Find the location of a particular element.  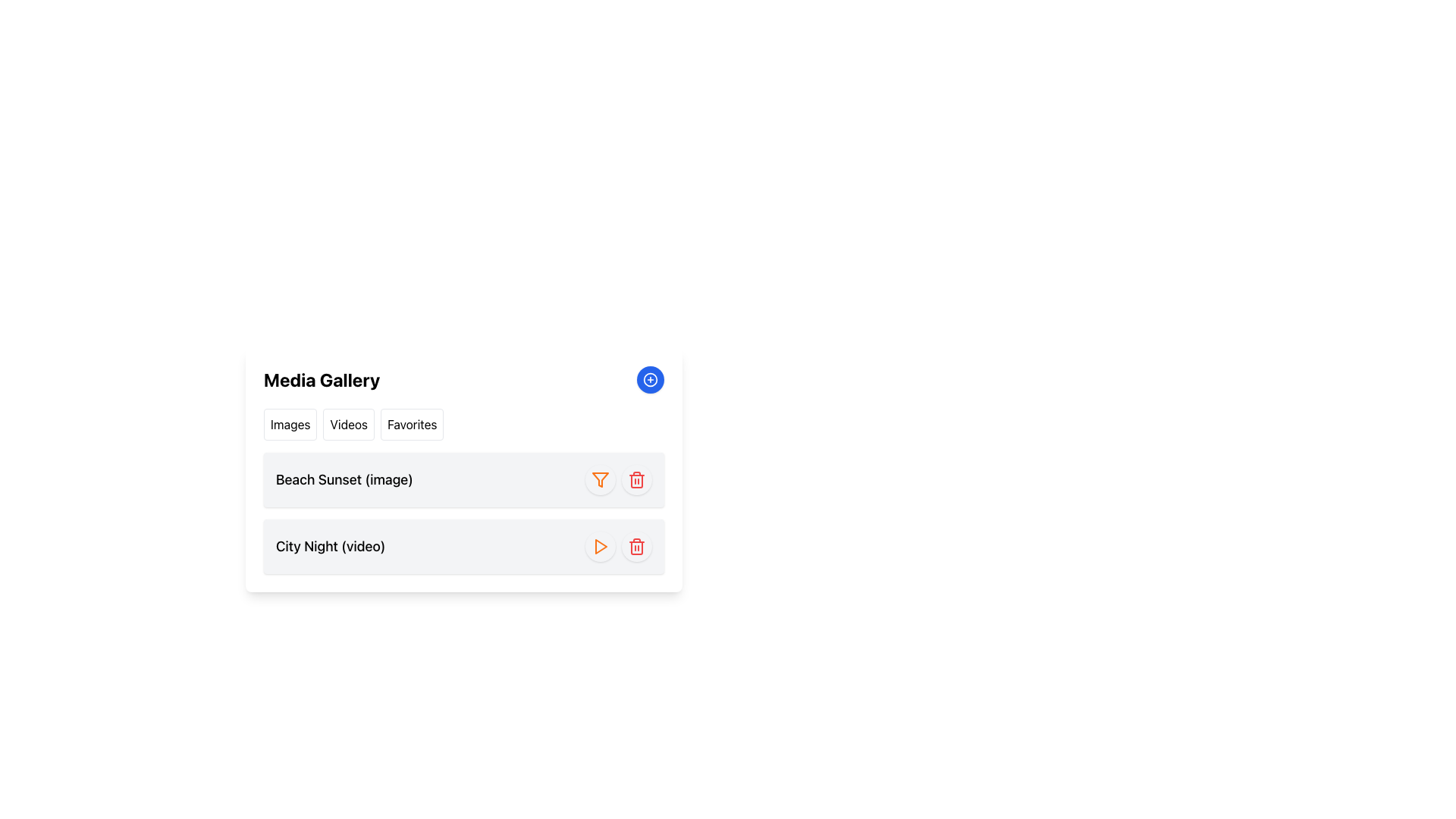

the 'Favorites' button, the third button in the media gallery section is located at coordinates (412, 424).